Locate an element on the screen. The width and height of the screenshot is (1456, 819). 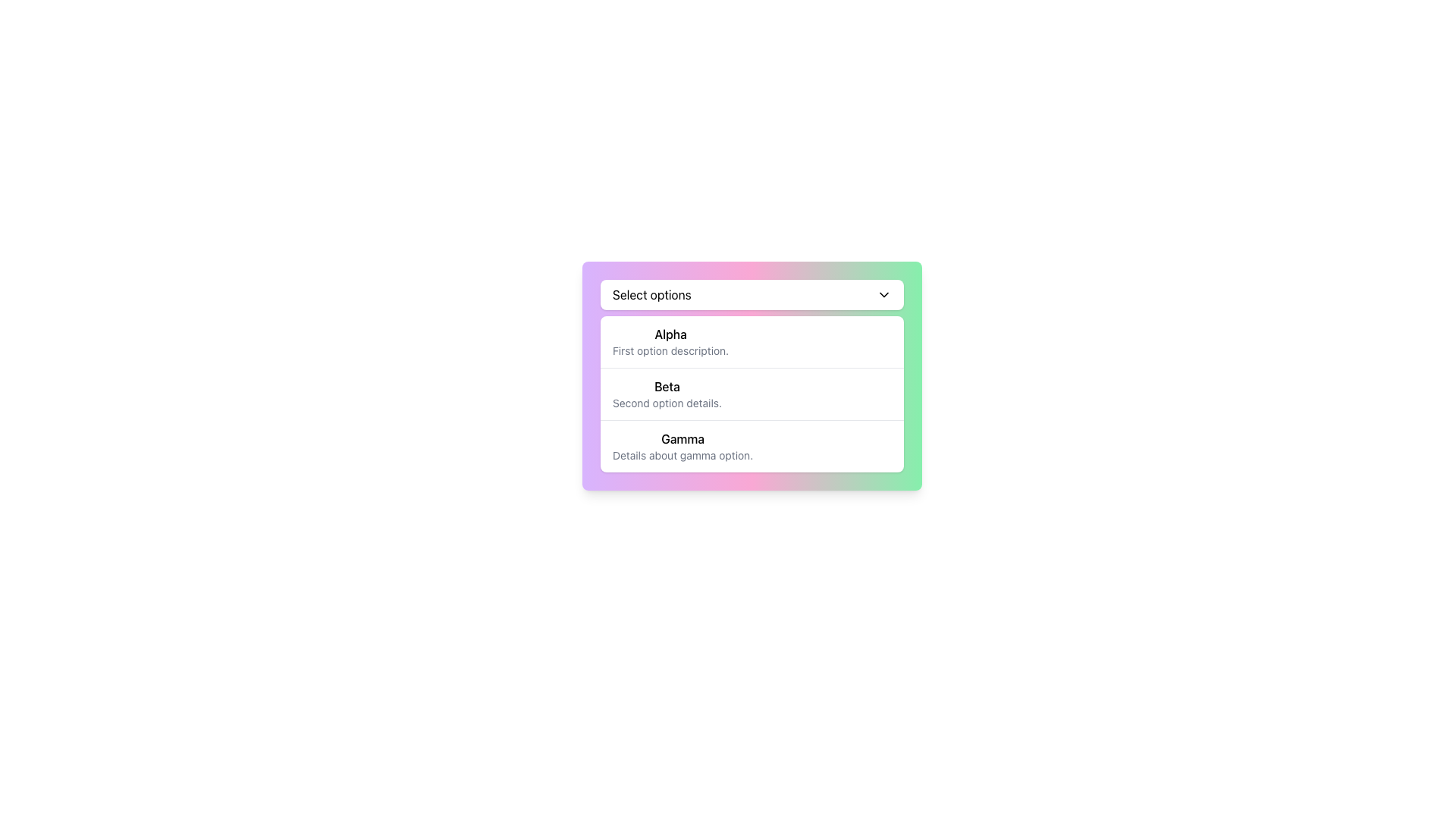
the text label displaying 'Gamma' in the third option of the dropdown menu, which is distinctively styled compared to the adjacent text is located at coordinates (682, 438).